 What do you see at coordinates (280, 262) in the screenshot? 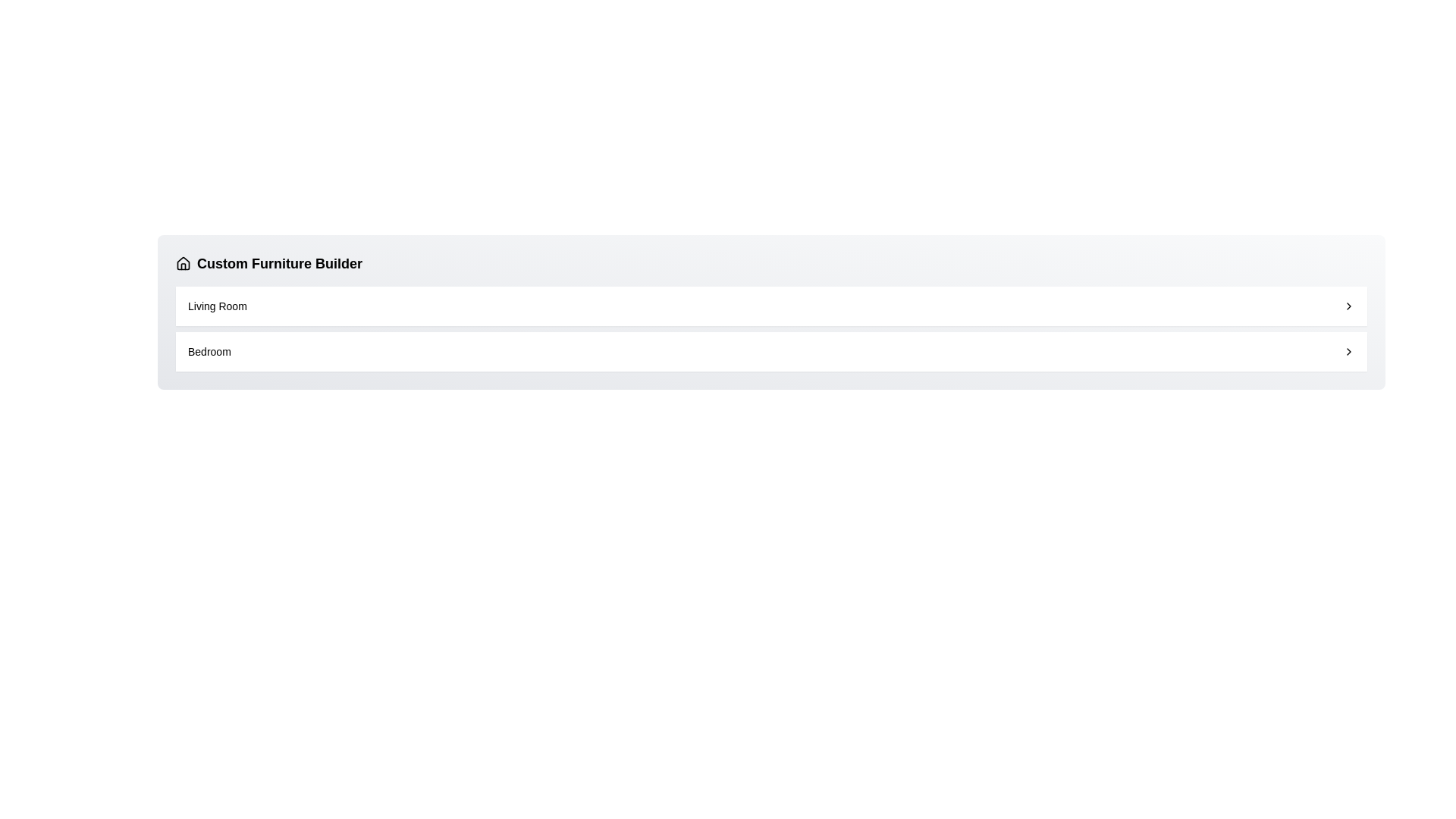
I see `the static text label that reads 'Custom Furniture Builder', which is styled with a bold font and located in the header area of the interface` at bounding box center [280, 262].